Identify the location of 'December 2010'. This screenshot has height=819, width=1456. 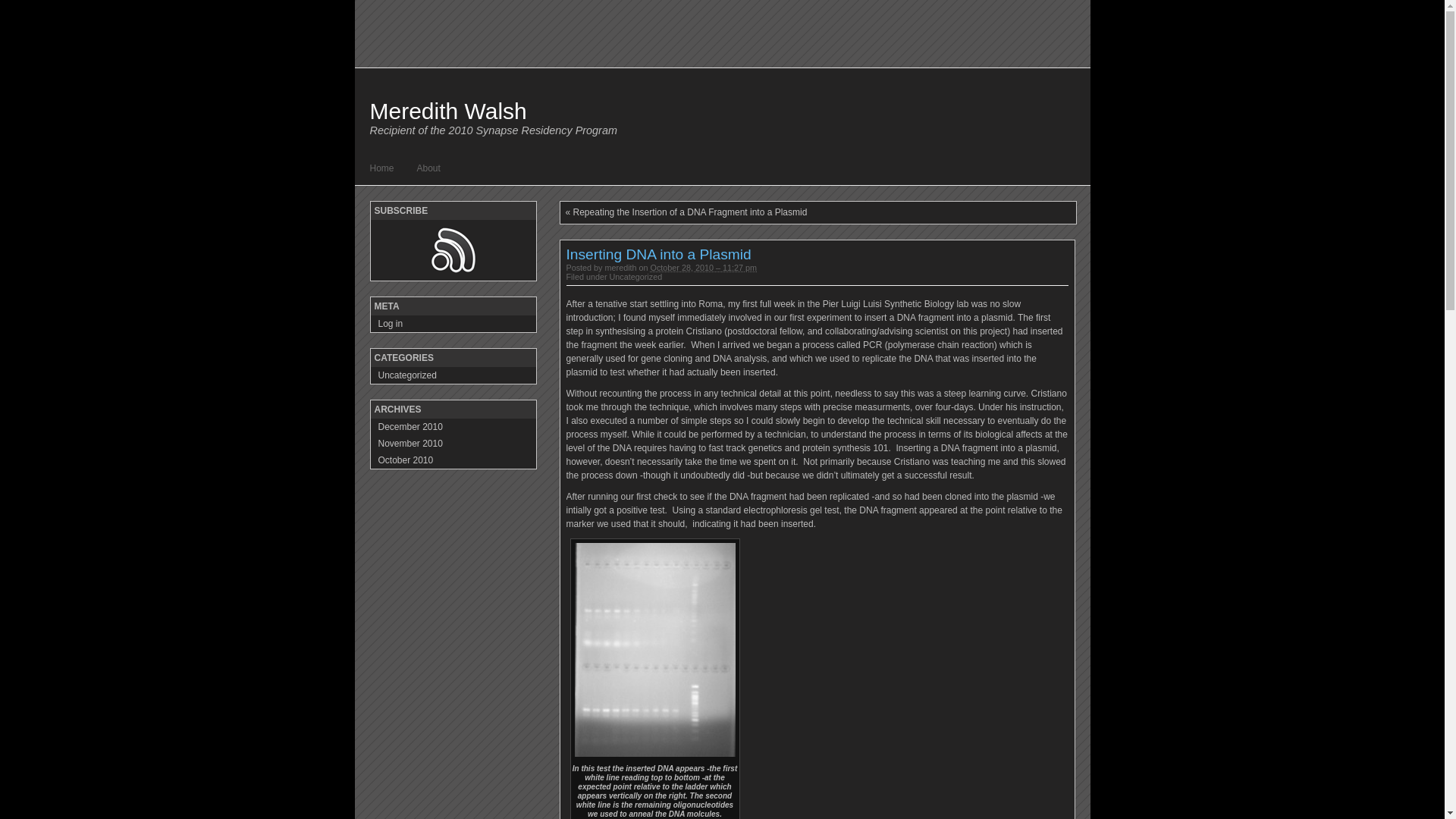
(451, 427).